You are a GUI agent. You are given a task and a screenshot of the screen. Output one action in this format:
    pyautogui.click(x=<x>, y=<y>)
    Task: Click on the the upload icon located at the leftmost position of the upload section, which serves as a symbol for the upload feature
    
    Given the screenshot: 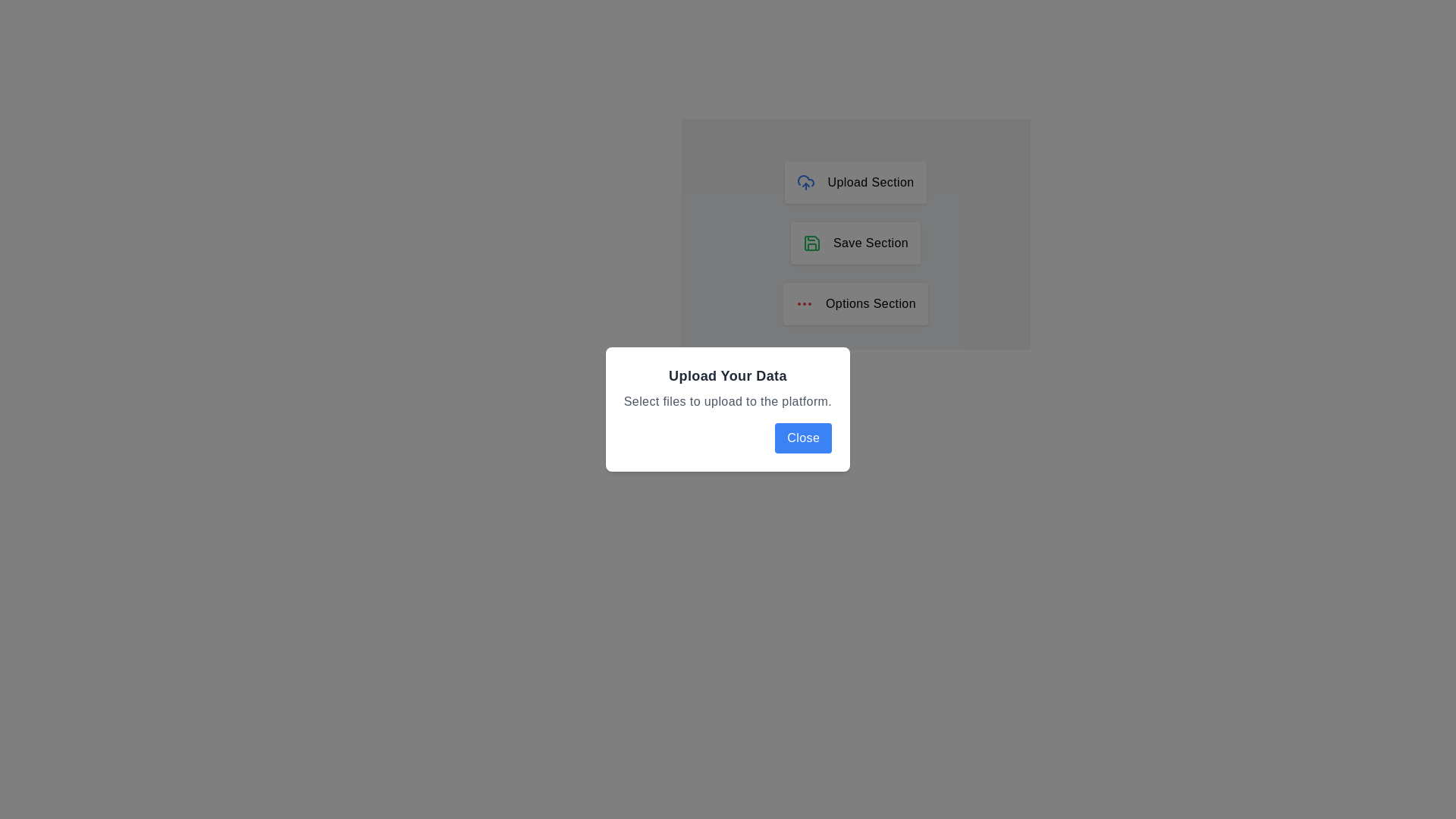 What is the action you would take?
    pyautogui.click(x=805, y=181)
    